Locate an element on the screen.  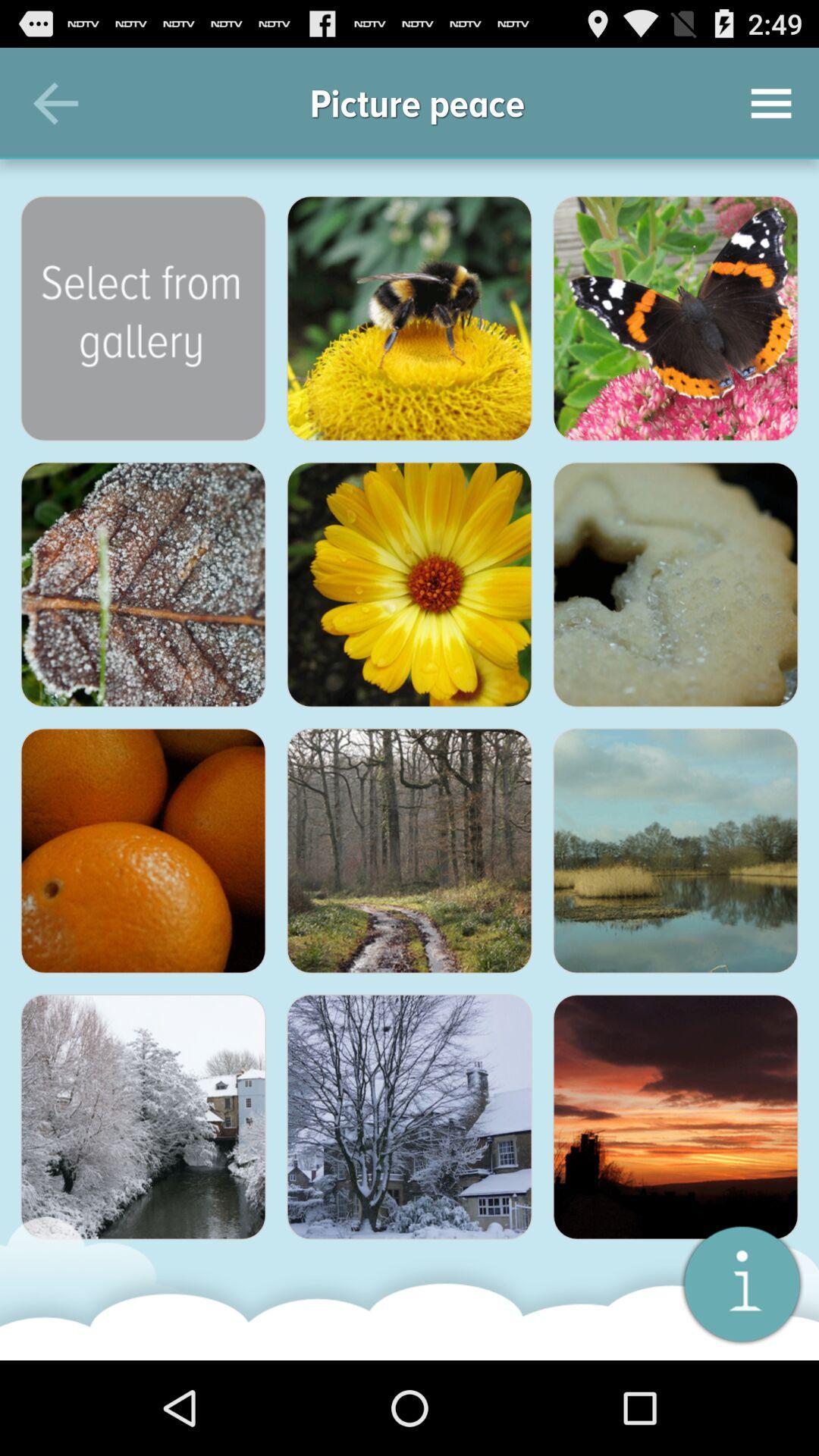
the icon next to picture peace item is located at coordinates (771, 102).